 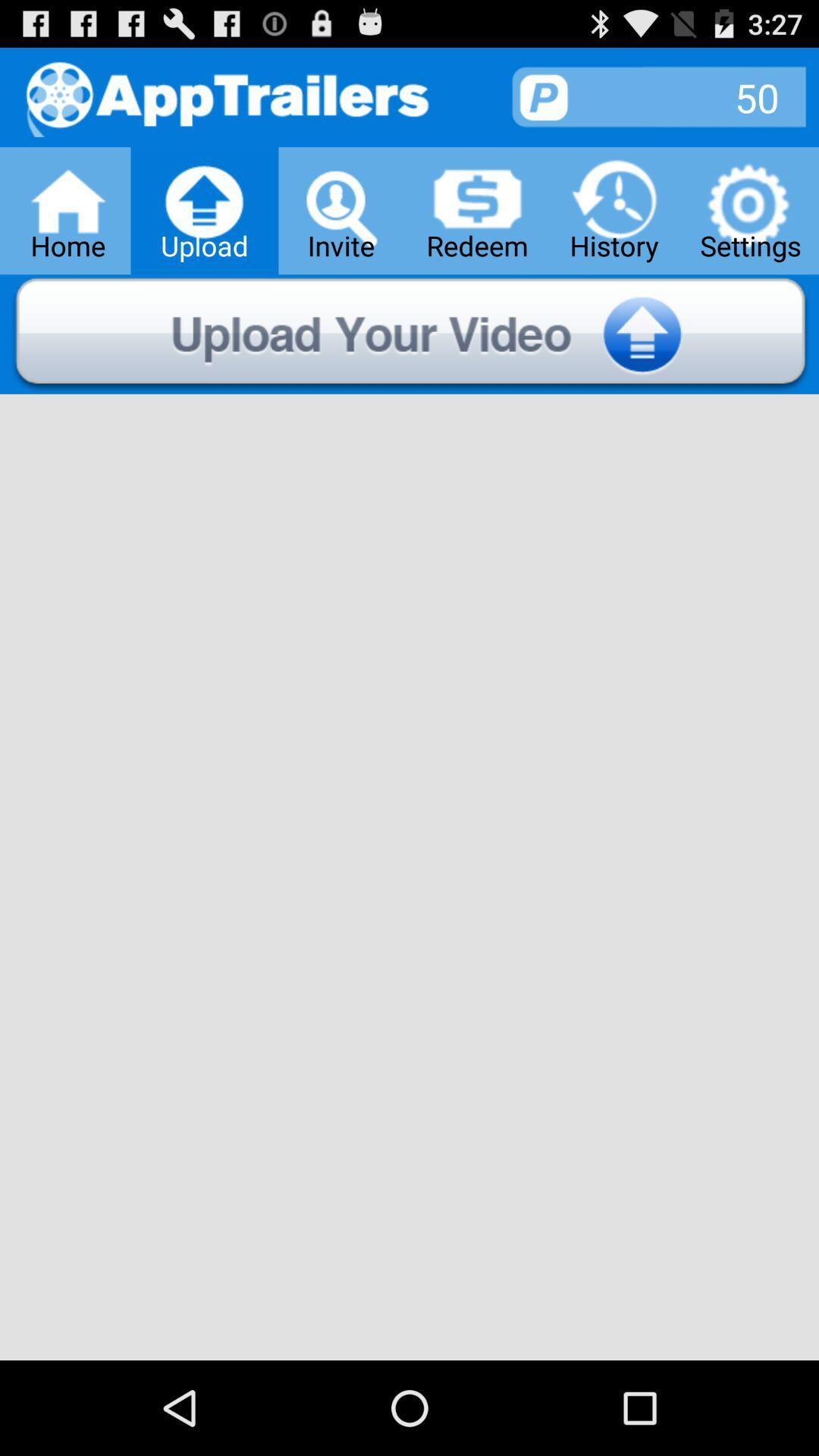 I want to click on app below the home, so click(x=409, y=334).